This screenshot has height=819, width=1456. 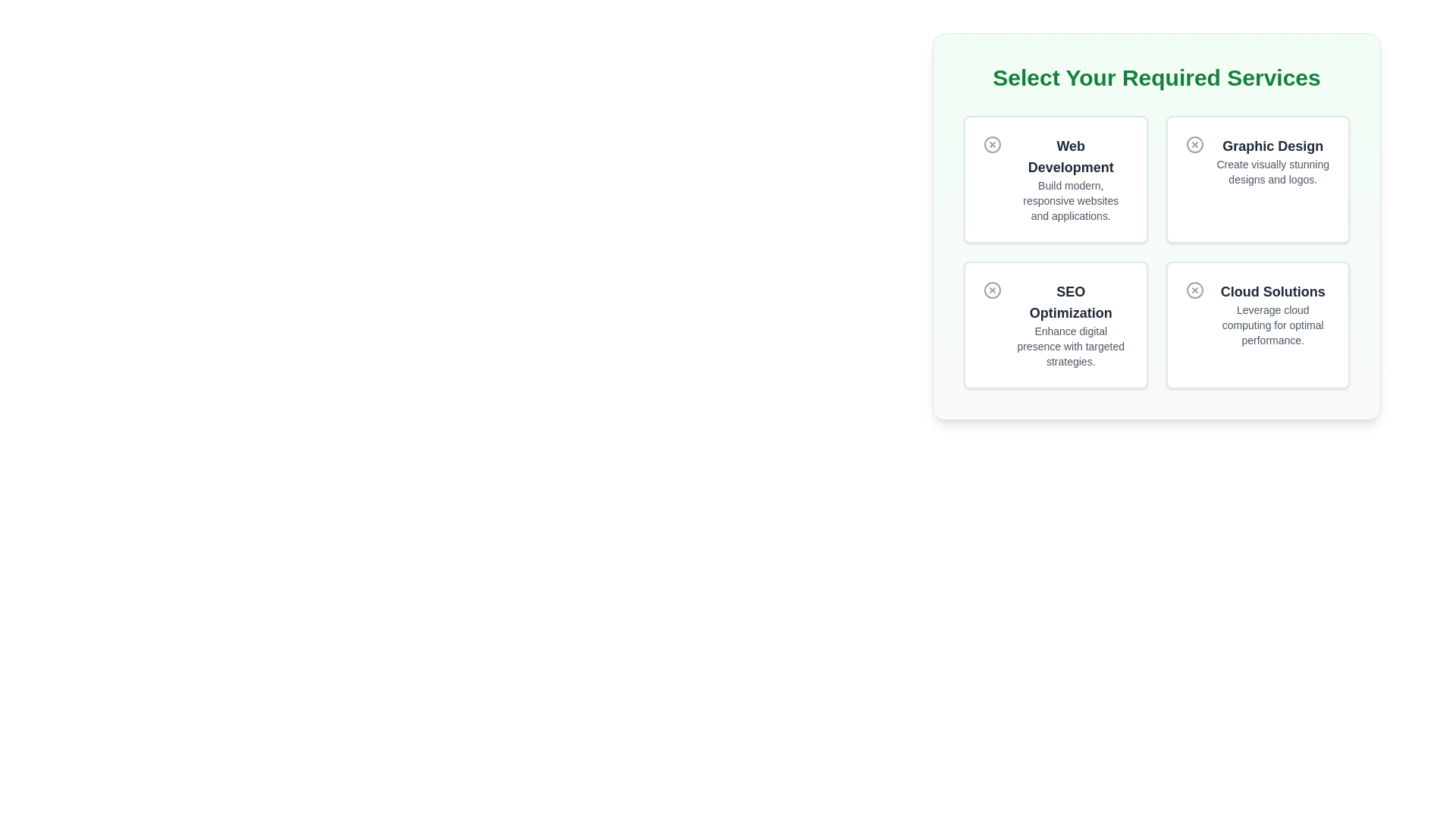 I want to click on the static text element stating 'Enhance digital presence with targeted strategies.' which is styled in gray and positioned beneath 'SEO Optimization.', so click(x=1070, y=346).